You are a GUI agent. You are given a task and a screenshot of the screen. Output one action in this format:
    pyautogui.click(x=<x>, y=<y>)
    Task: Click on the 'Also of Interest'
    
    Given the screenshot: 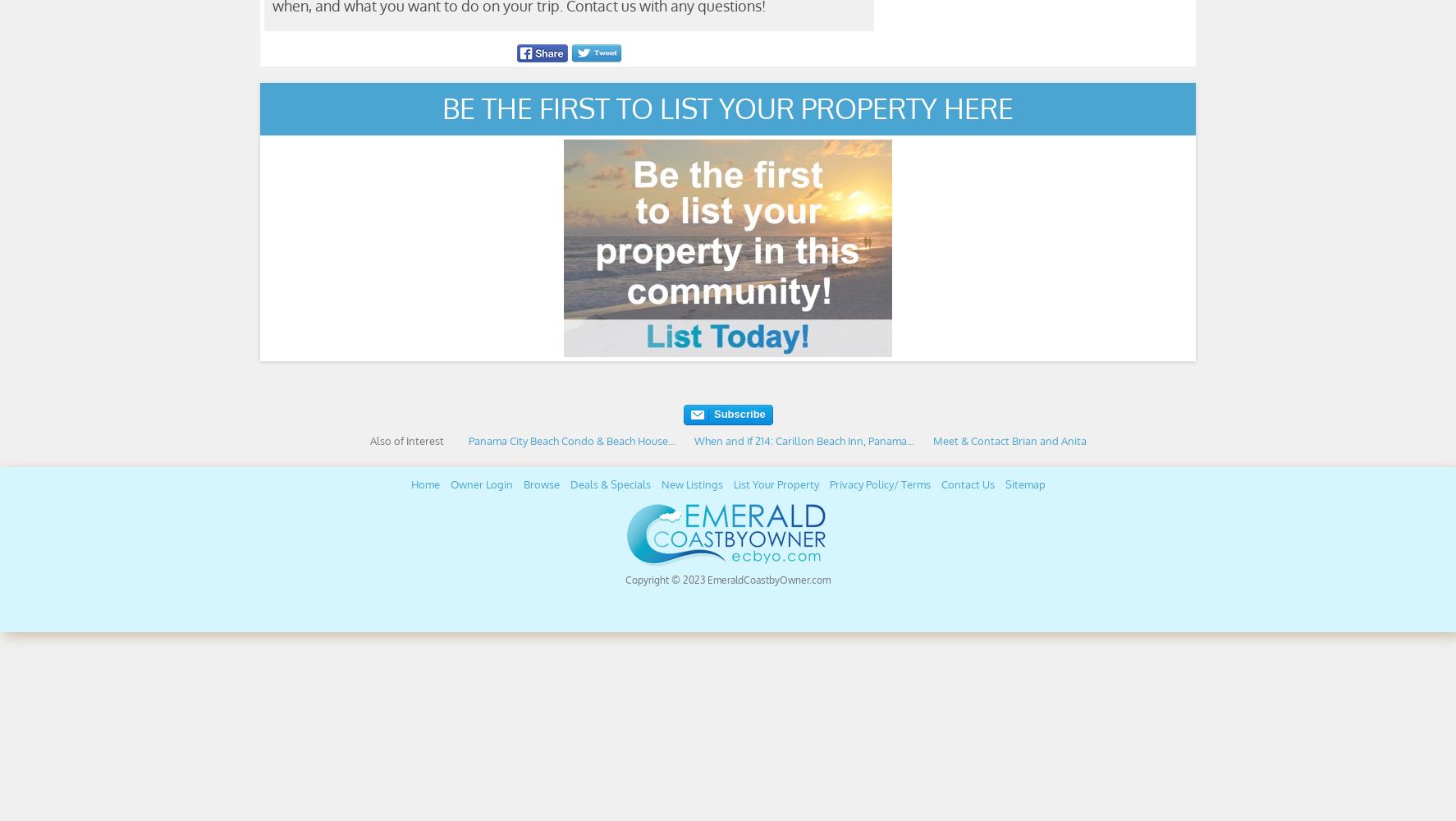 What is the action you would take?
    pyautogui.click(x=405, y=441)
    